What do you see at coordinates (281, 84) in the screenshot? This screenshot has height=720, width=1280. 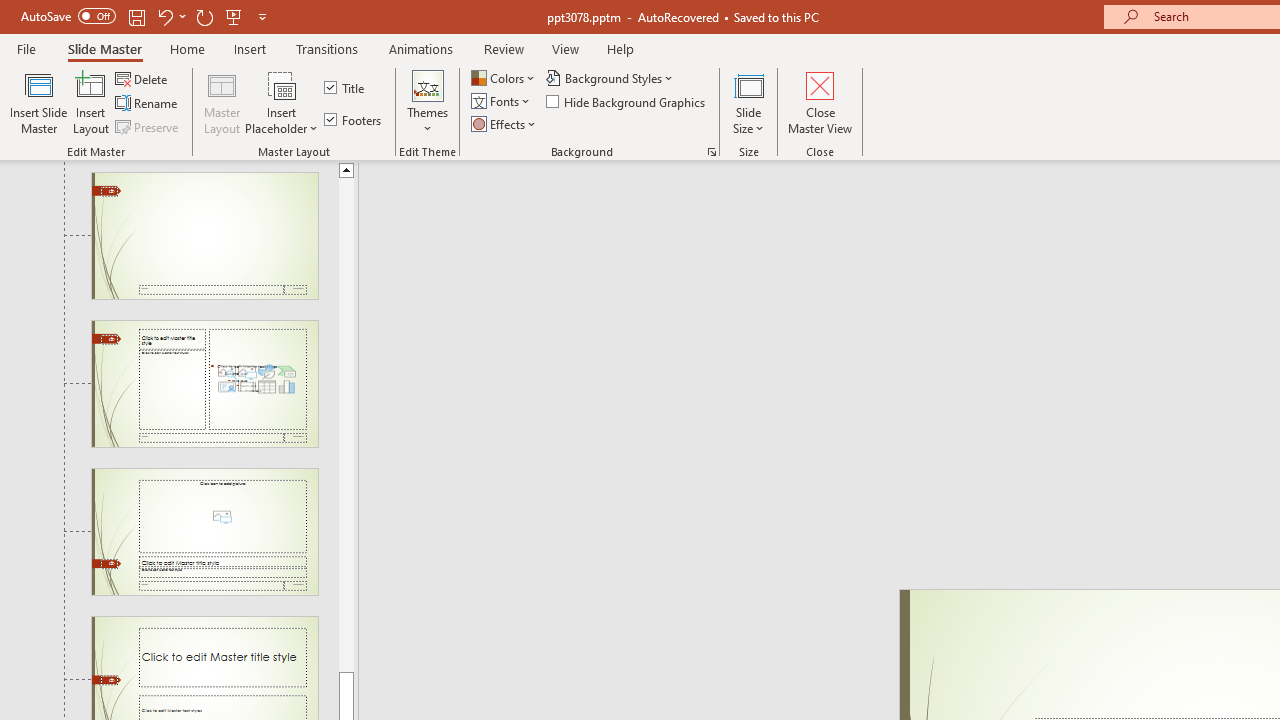 I see `'Content'` at bounding box center [281, 84].